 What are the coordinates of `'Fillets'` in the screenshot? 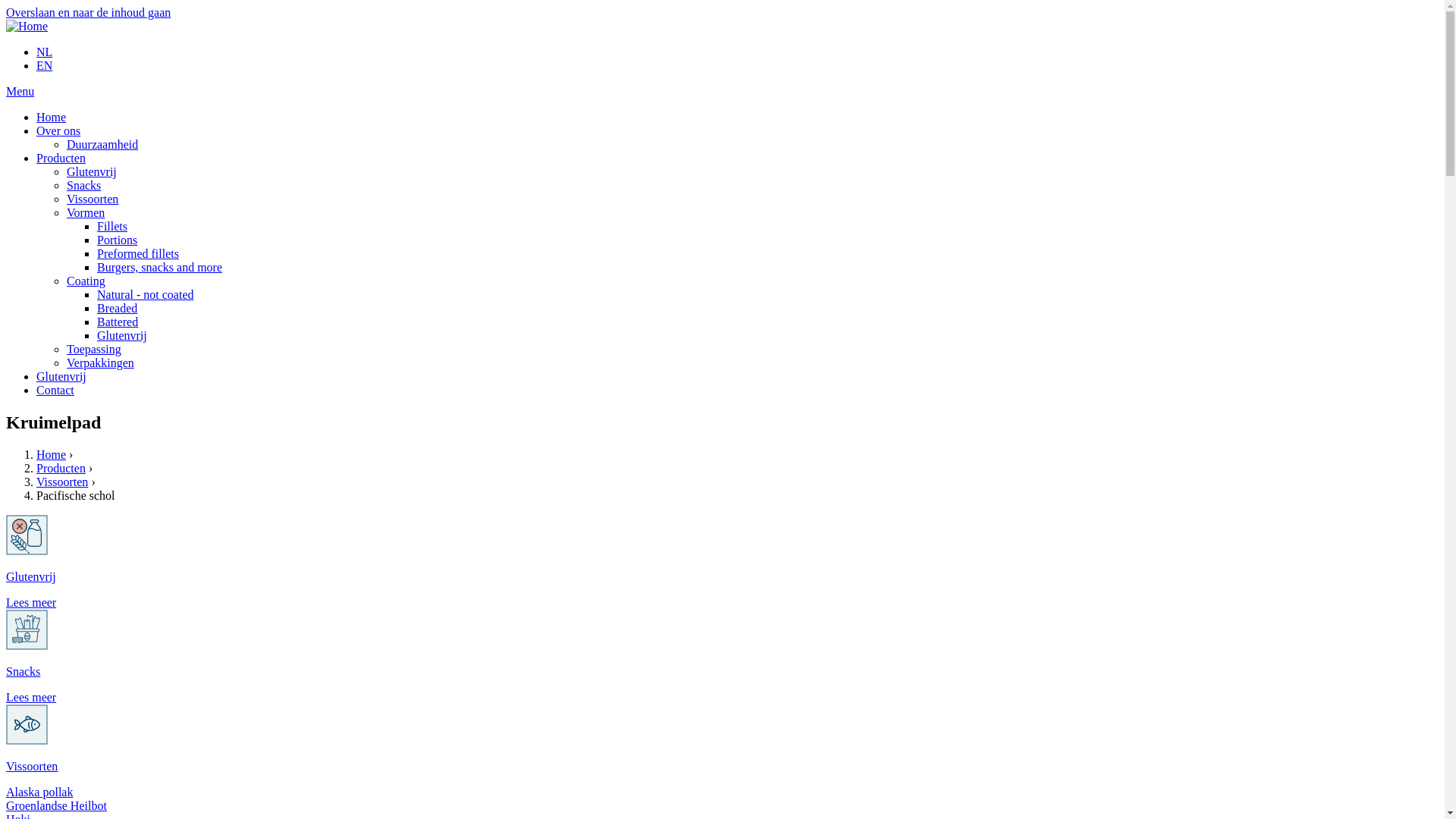 It's located at (96, 226).